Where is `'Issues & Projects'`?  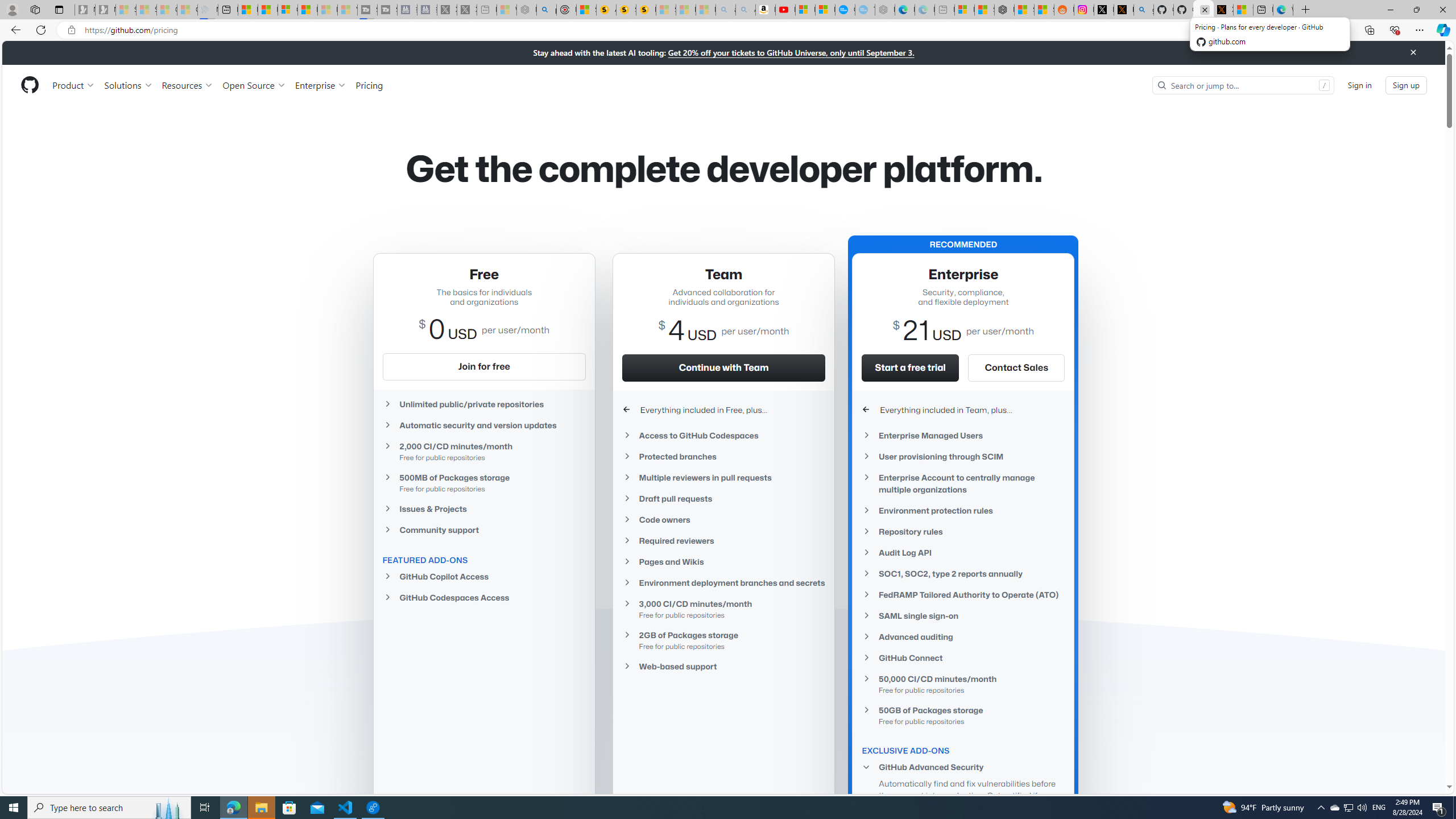 'Issues & Projects' is located at coordinates (482, 508).